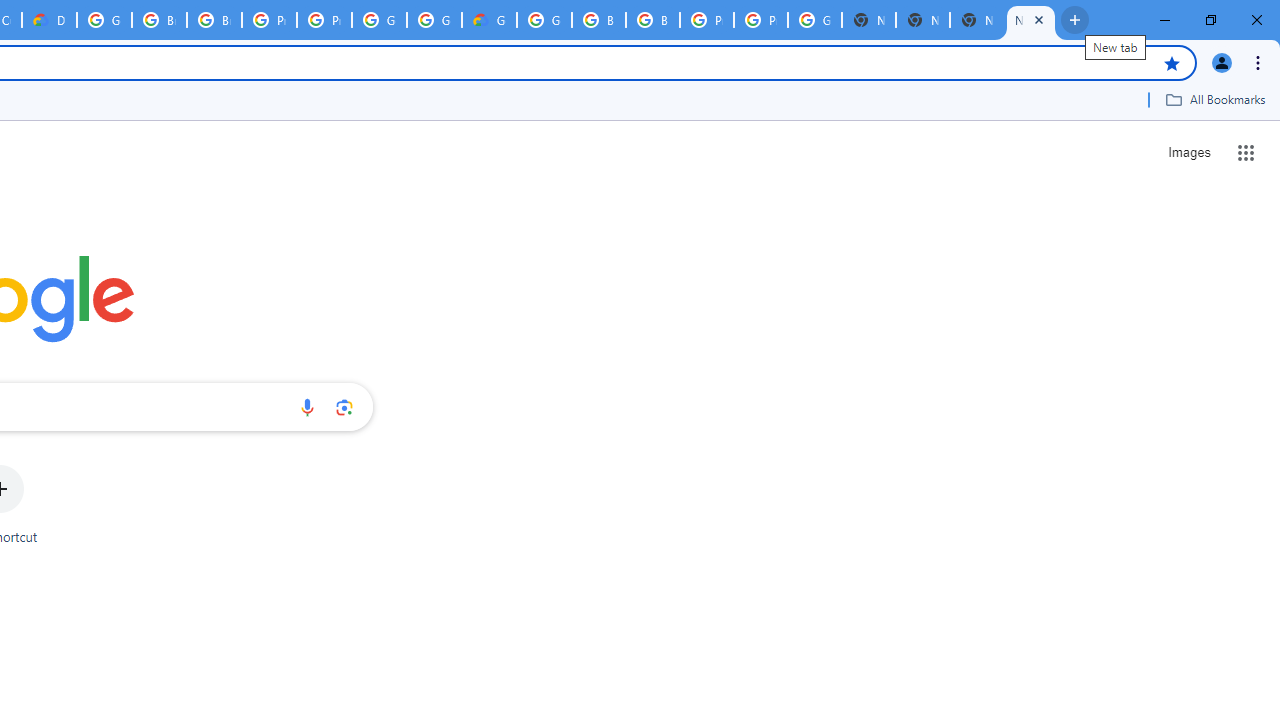  I want to click on 'Browse Chrome as a guest - Computer - Google Chrome Help', so click(158, 20).